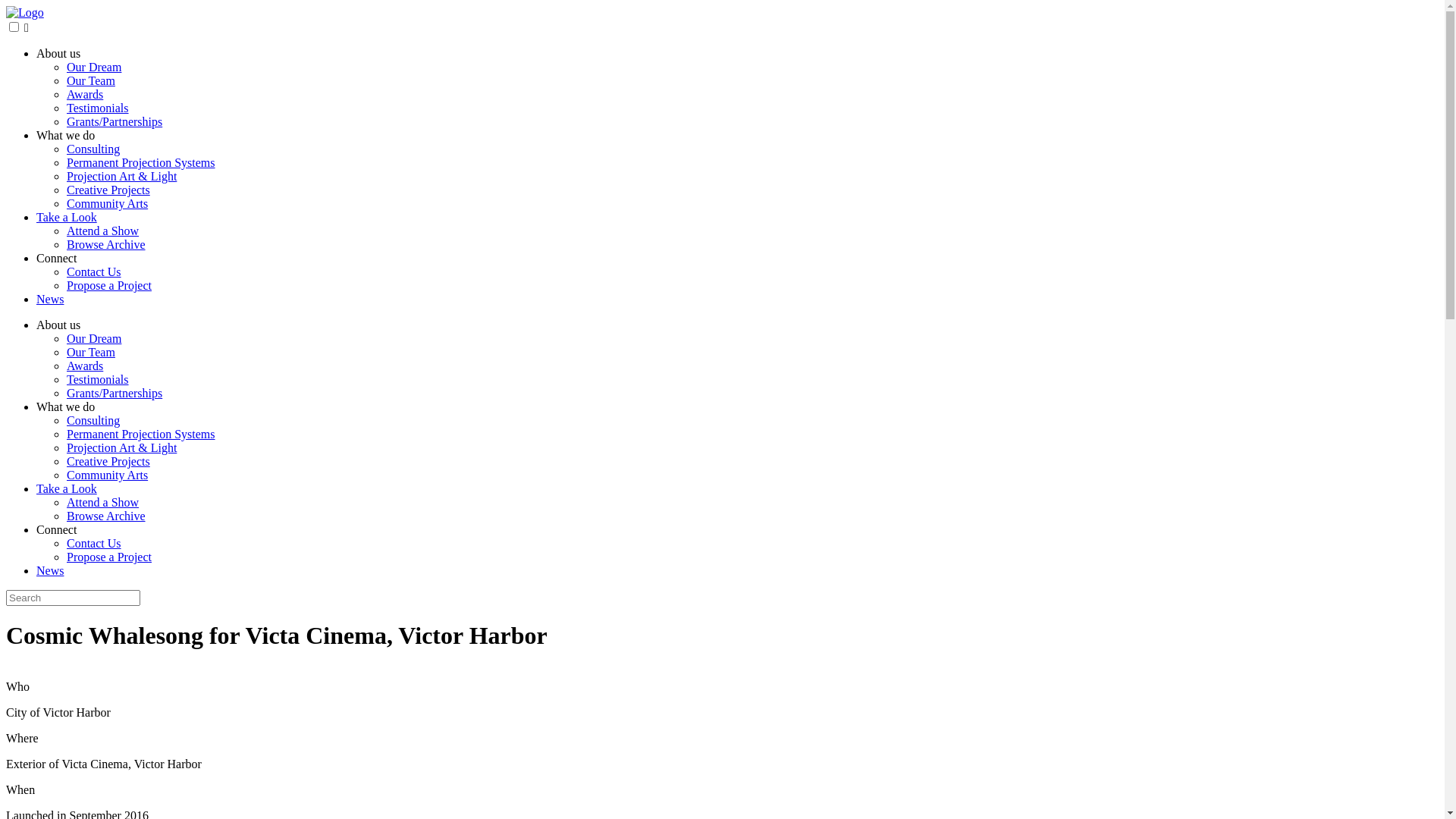 Image resolution: width=1456 pixels, height=819 pixels. I want to click on 'What we do', so click(64, 406).